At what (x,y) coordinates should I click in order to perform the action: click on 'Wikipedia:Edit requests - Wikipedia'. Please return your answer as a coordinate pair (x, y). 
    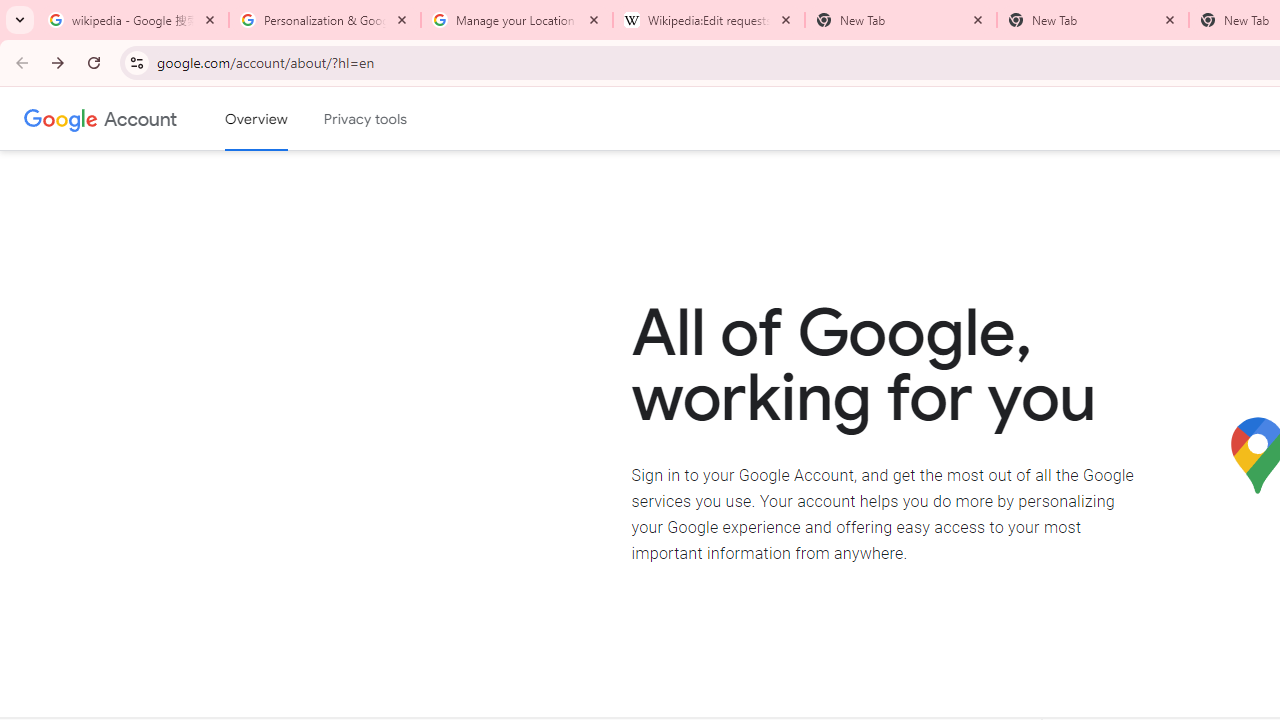
    Looking at the image, I should click on (709, 20).